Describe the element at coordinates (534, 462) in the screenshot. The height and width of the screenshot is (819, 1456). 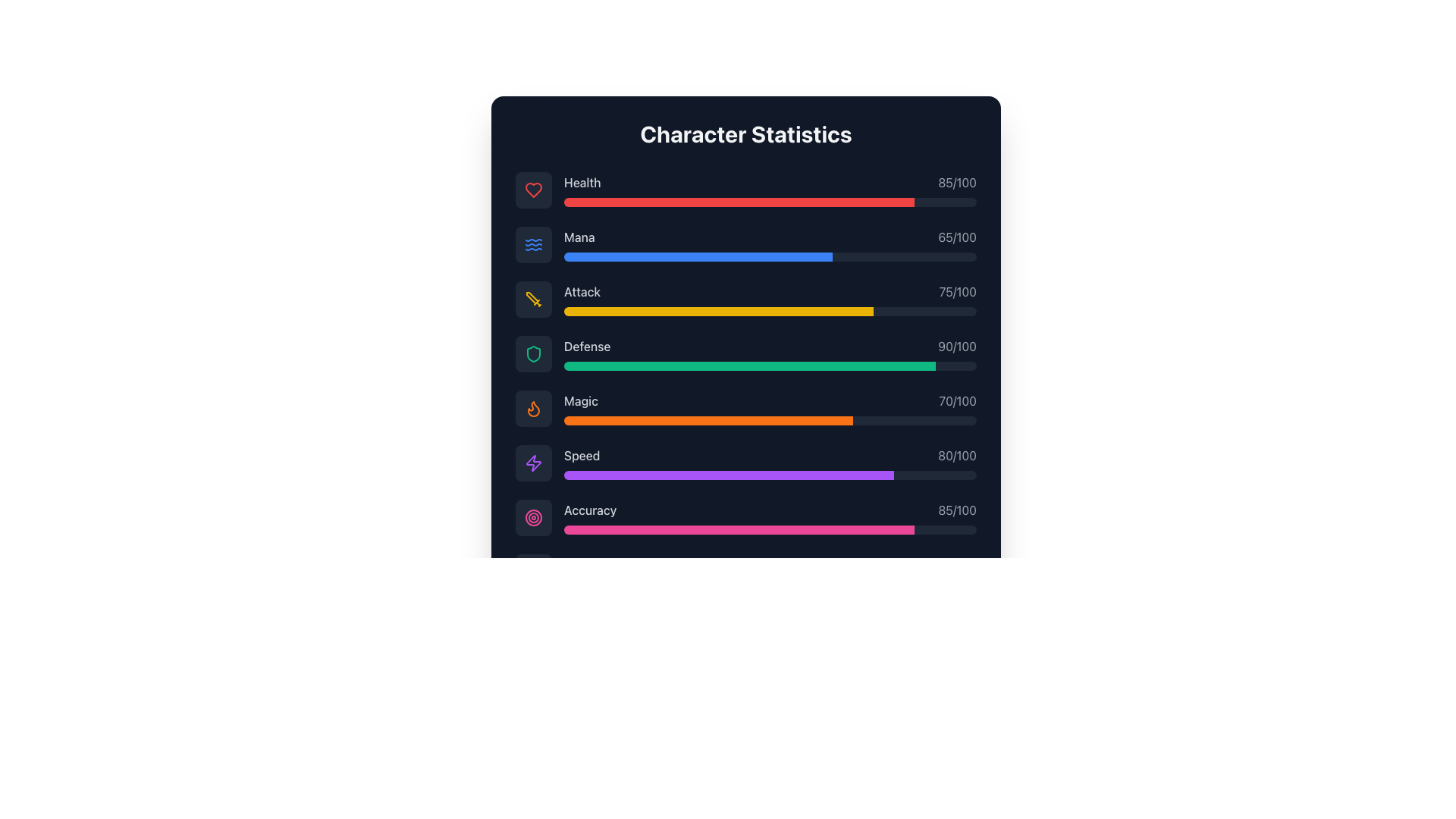
I see `the purple lightning bolt icon representing the 'Speed' category, which is the sixth icon in the vertical list of stat categories on the left side of the 'Character Statistics' panel` at that location.